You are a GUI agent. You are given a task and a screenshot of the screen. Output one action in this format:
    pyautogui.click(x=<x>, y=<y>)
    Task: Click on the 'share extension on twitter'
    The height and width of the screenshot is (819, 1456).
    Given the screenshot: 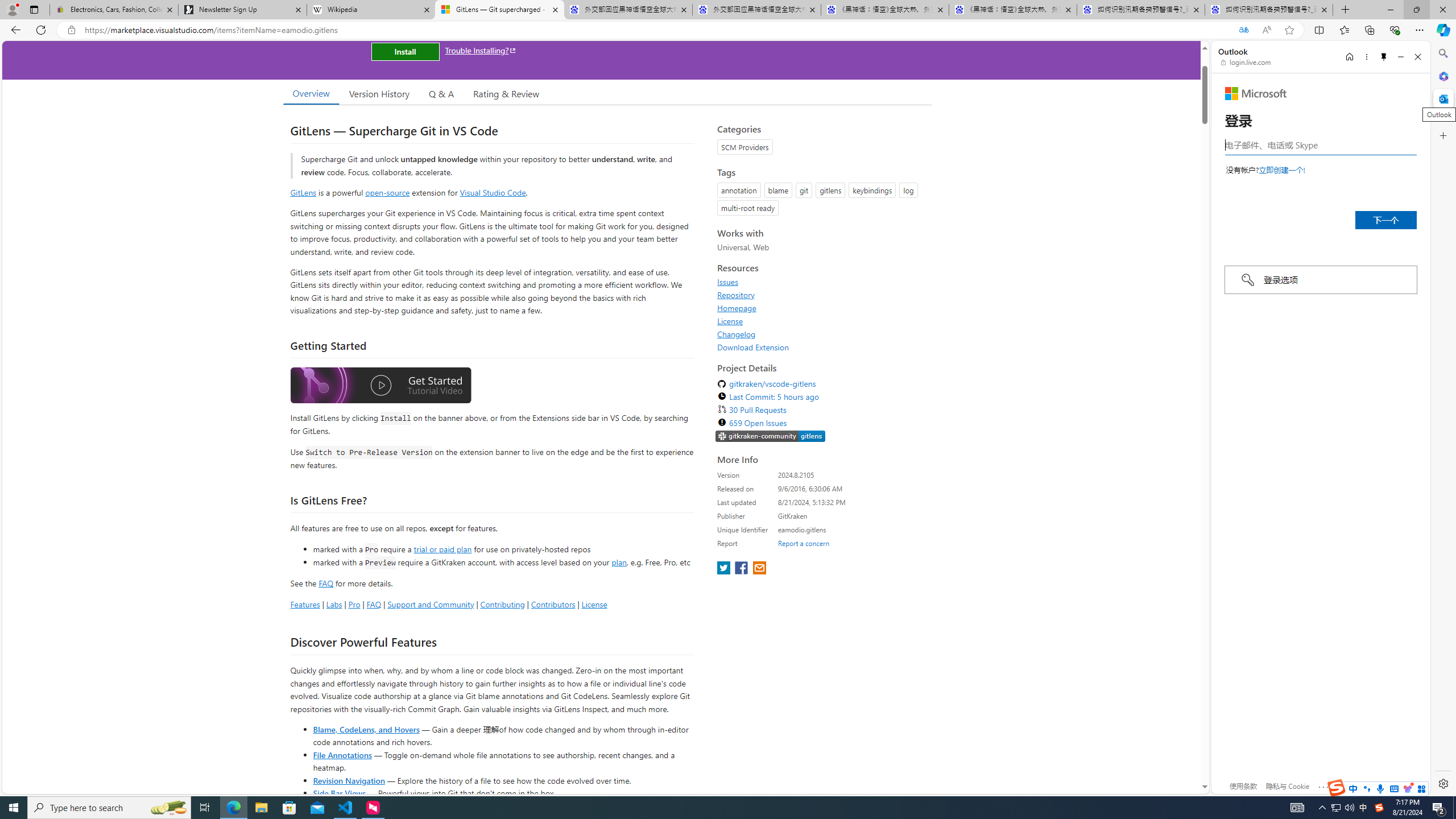 What is the action you would take?
    pyautogui.click(x=724, y=568)
    